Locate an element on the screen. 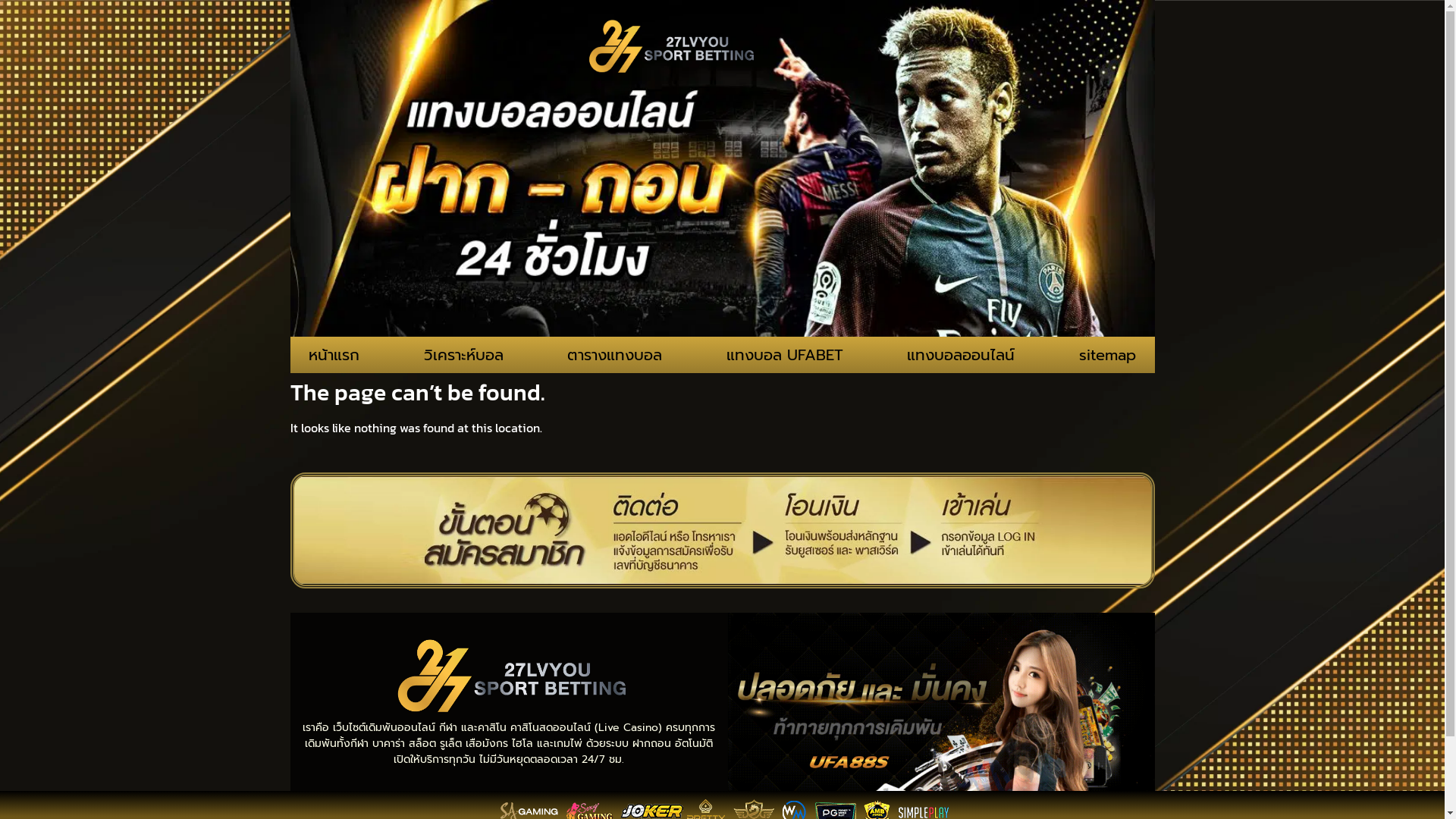 The image size is (1456, 819). 'sitemap' is located at coordinates (1107, 354).